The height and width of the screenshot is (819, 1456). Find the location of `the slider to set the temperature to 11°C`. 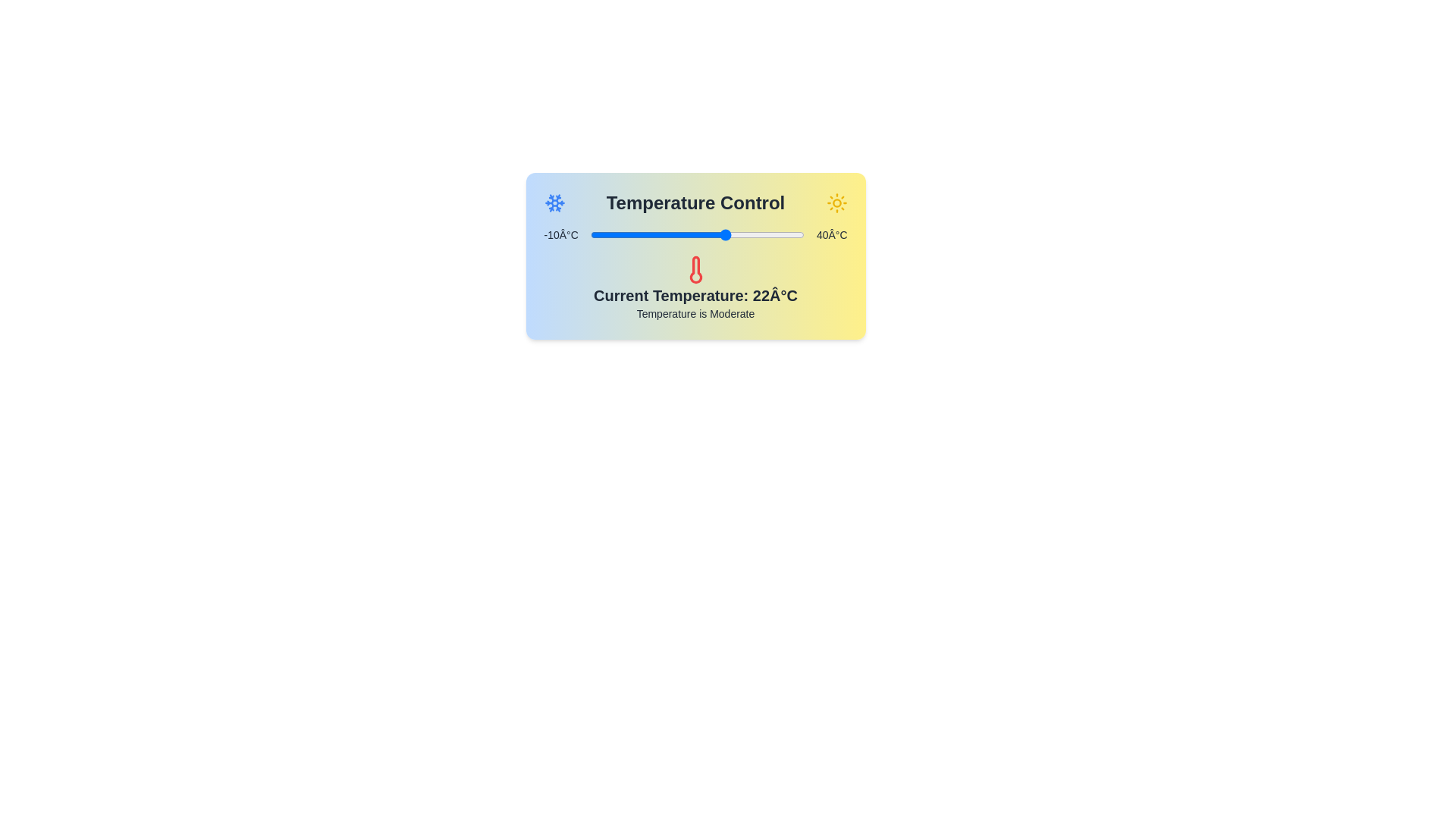

the slider to set the temperature to 11°C is located at coordinates (679, 234).